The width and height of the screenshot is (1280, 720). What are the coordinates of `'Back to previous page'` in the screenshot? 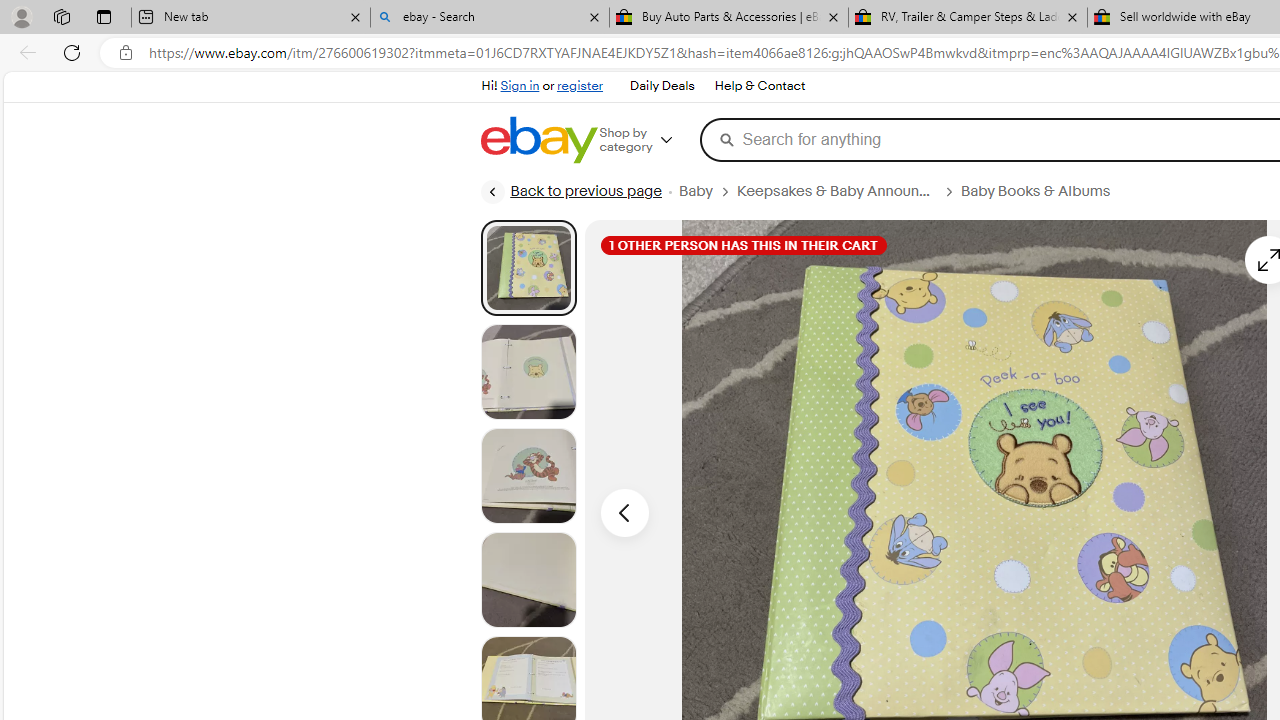 It's located at (569, 191).